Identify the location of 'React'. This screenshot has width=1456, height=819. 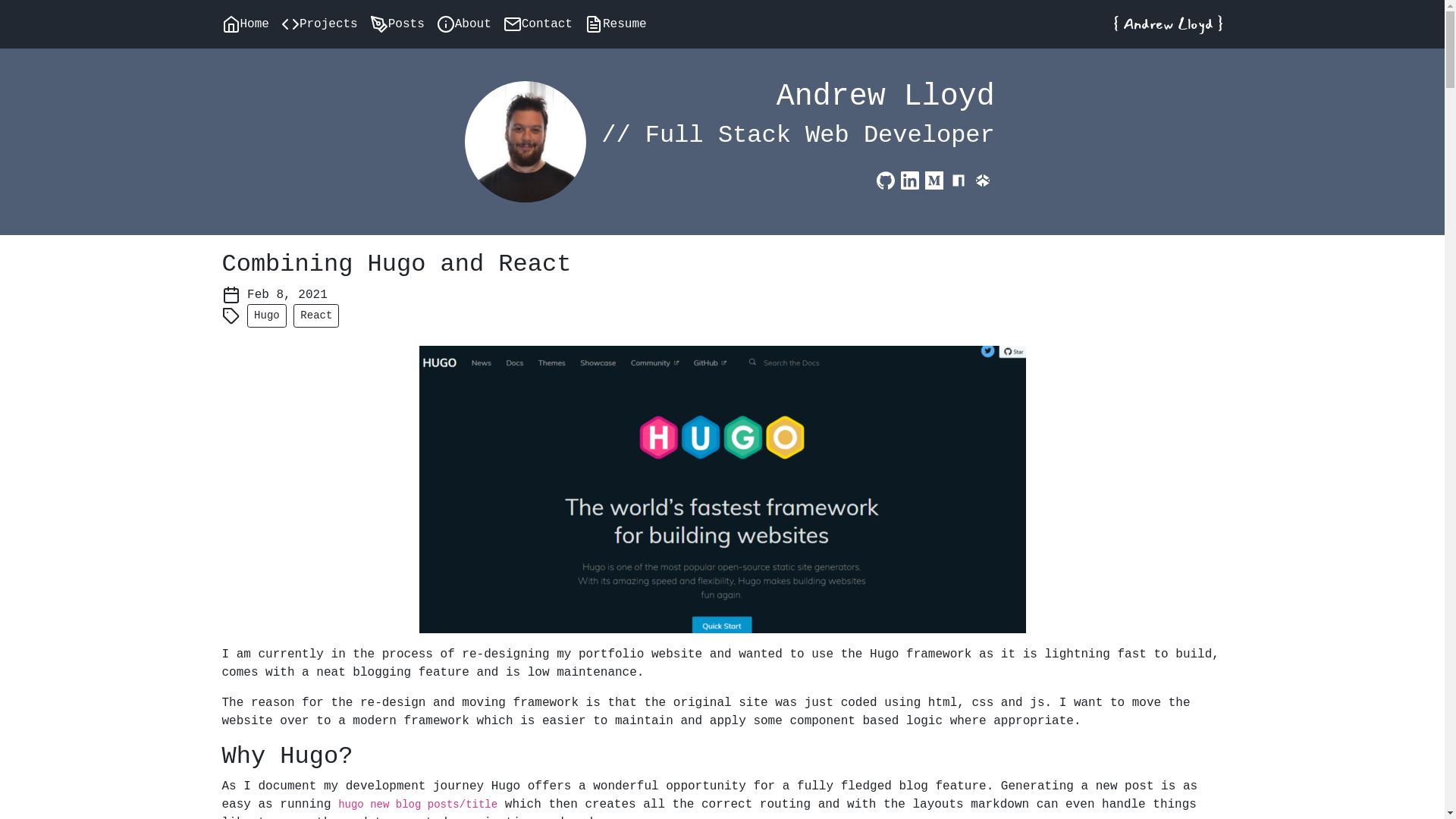
(315, 315).